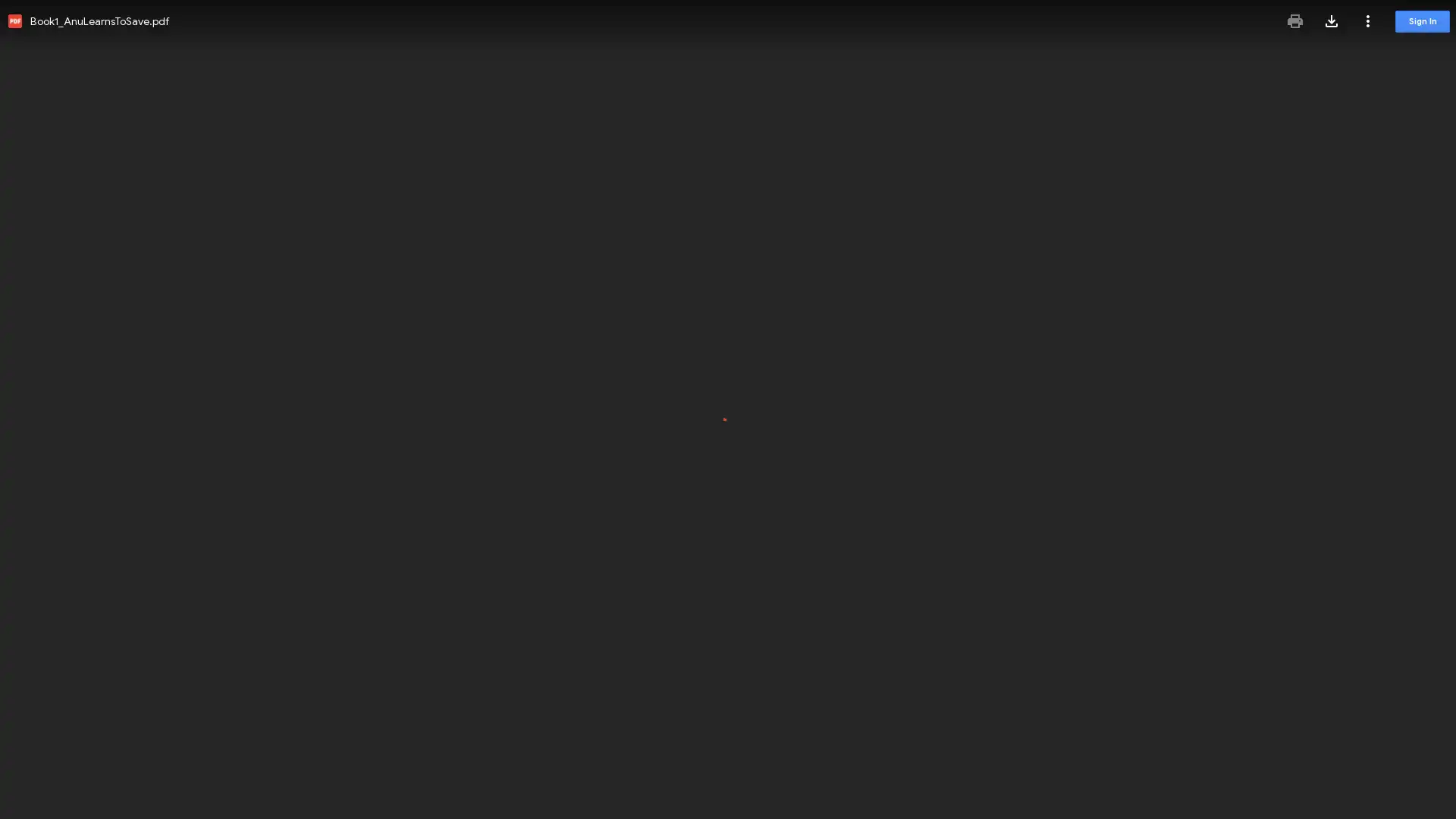 Image resolution: width=1456 pixels, height=819 pixels. What do you see at coordinates (1294, 20) in the screenshot?
I see `Printing not yet available` at bounding box center [1294, 20].